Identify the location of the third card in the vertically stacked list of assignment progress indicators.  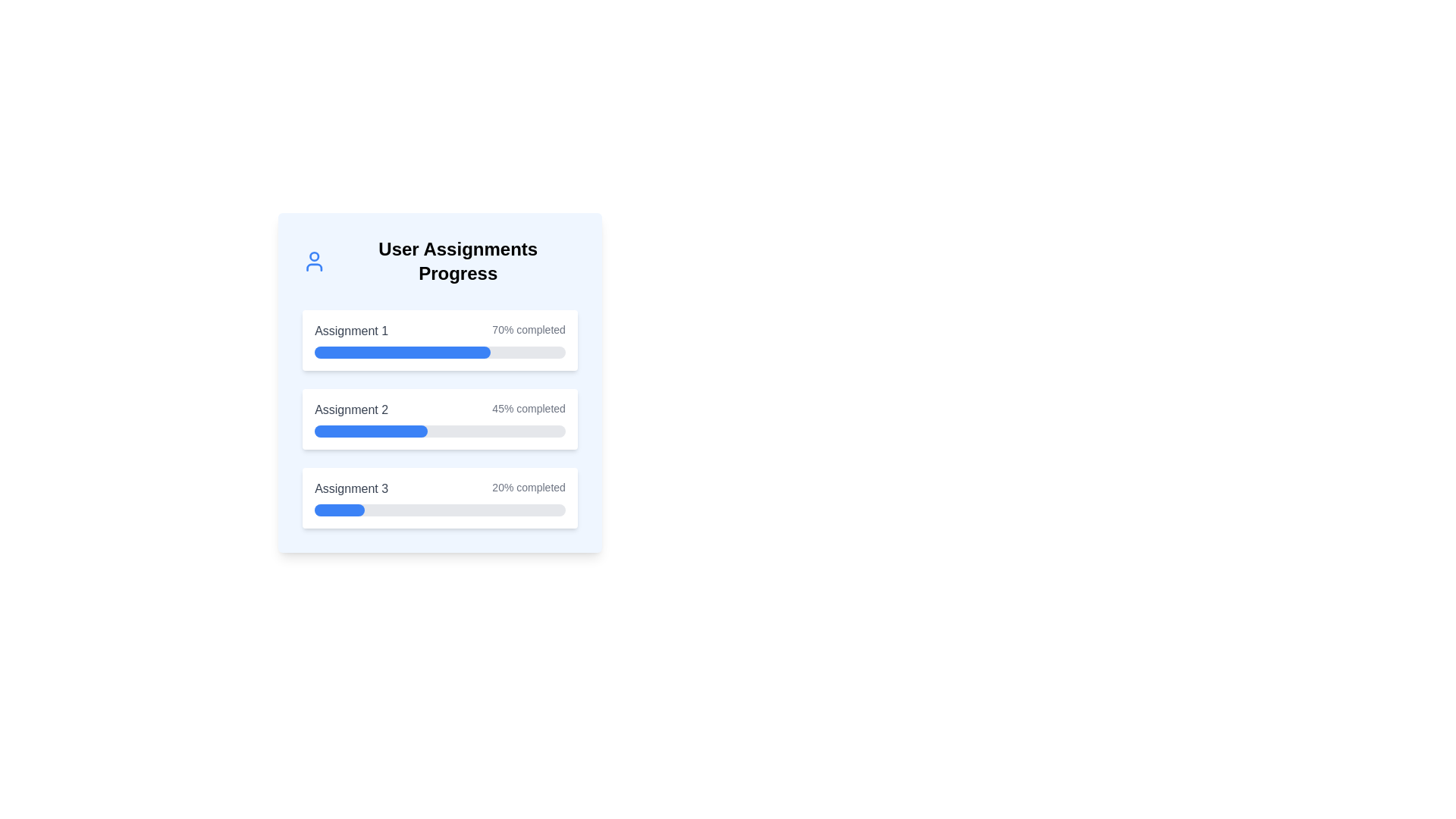
(439, 497).